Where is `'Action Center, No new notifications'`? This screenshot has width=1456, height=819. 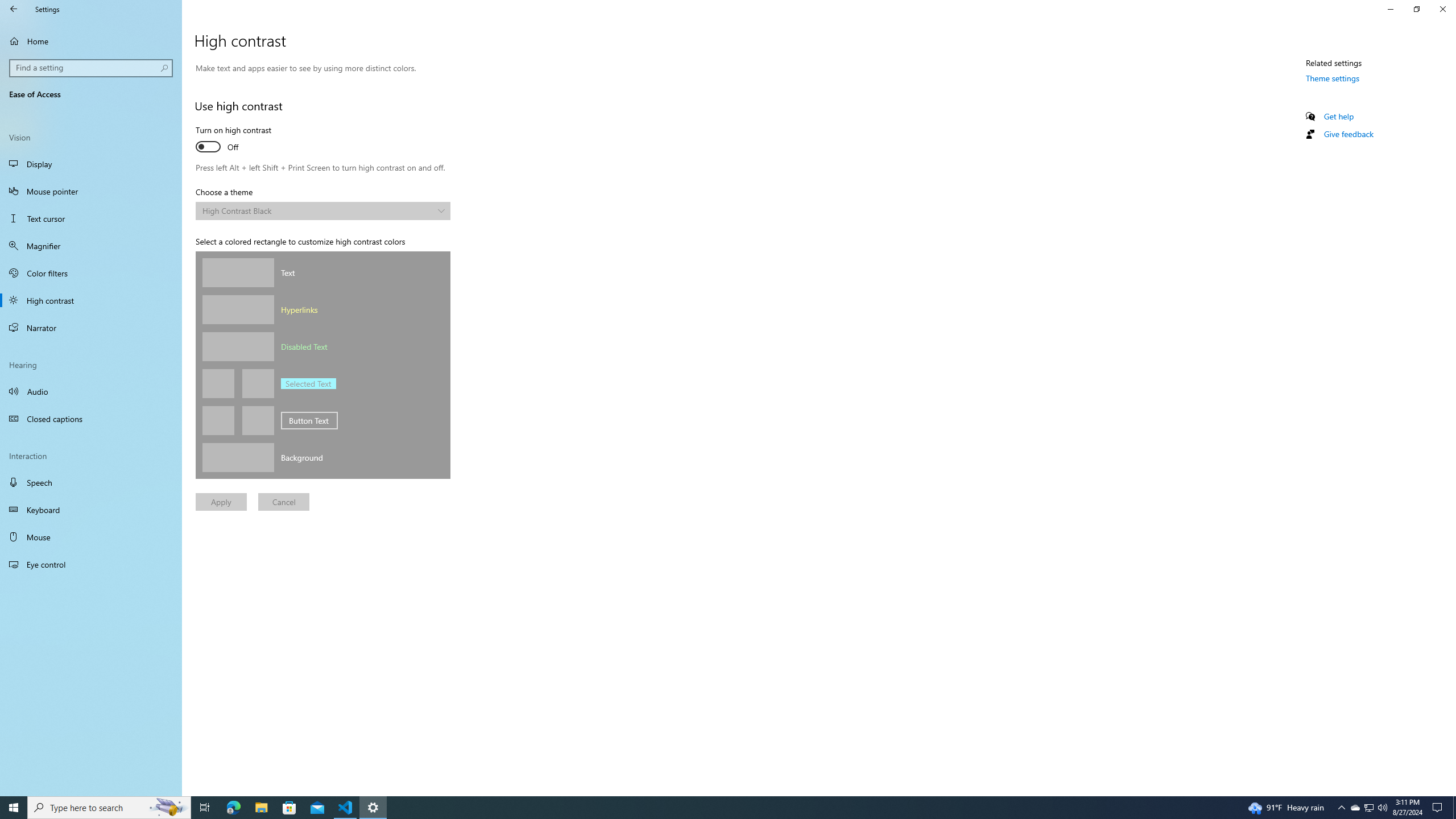 'Action Center, No new notifications' is located at coordinates (1439, 806).